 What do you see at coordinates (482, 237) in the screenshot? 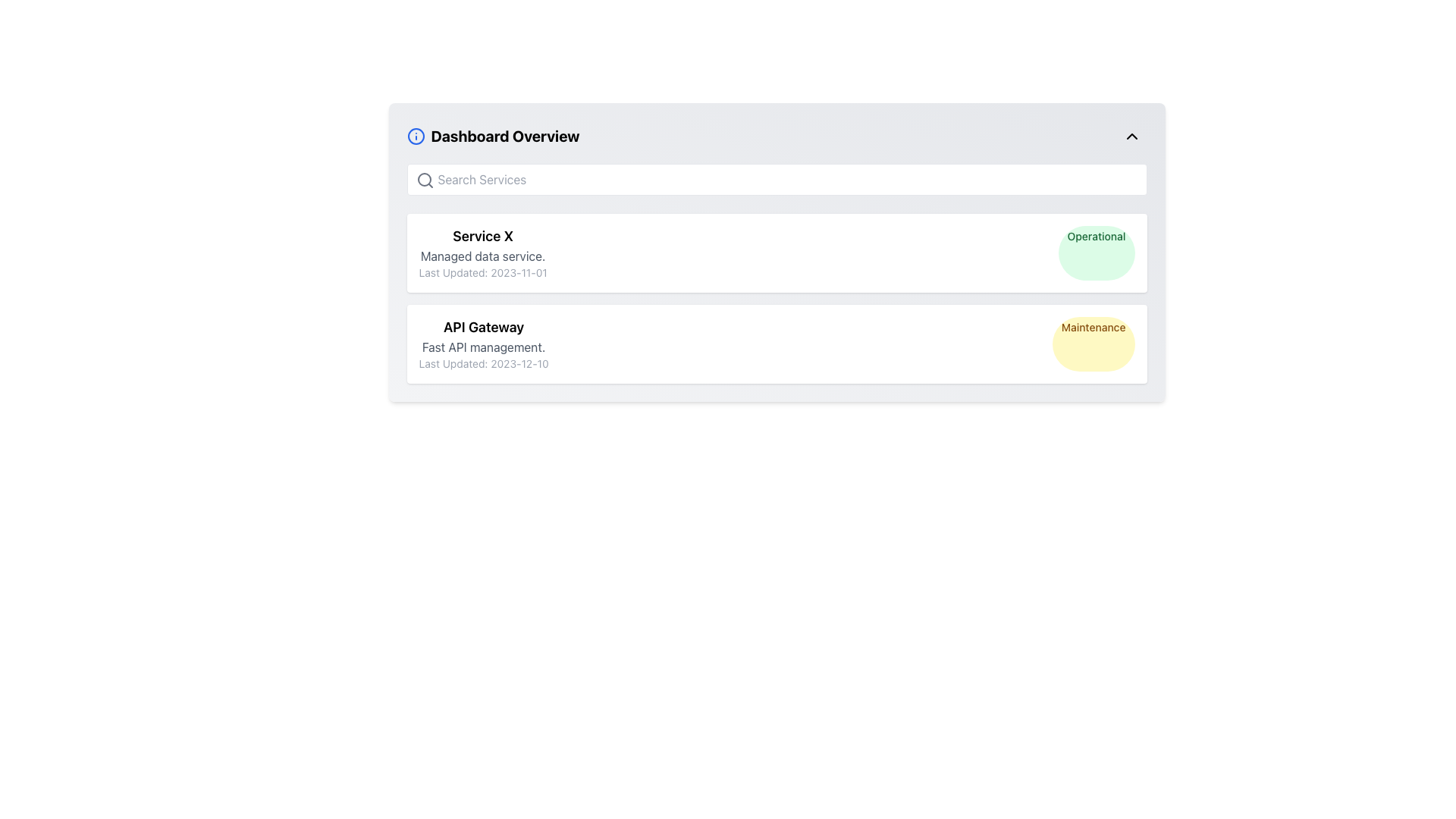
I see `the 'Service X' text label, which is displayed in bold, black font and positioned at the top of the 'Dashboard Overview' section` at bounding box center [482, 237].